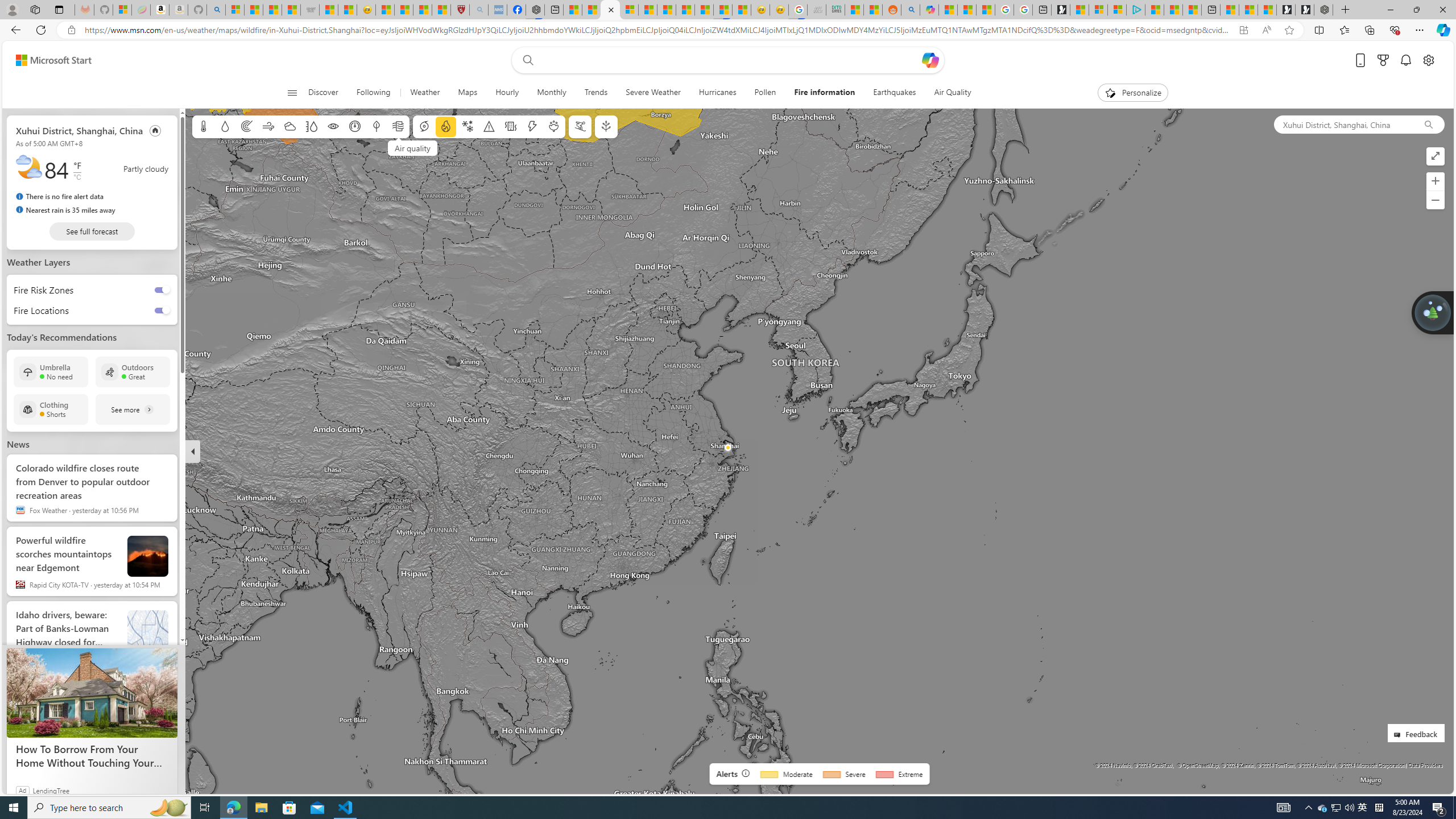 The width and height of the screenshot is (1456, 819). Describe the element at coordinates (1342, 124) in the screenshot. I see `'Xuhui District, Shanghai, China'` at that location.